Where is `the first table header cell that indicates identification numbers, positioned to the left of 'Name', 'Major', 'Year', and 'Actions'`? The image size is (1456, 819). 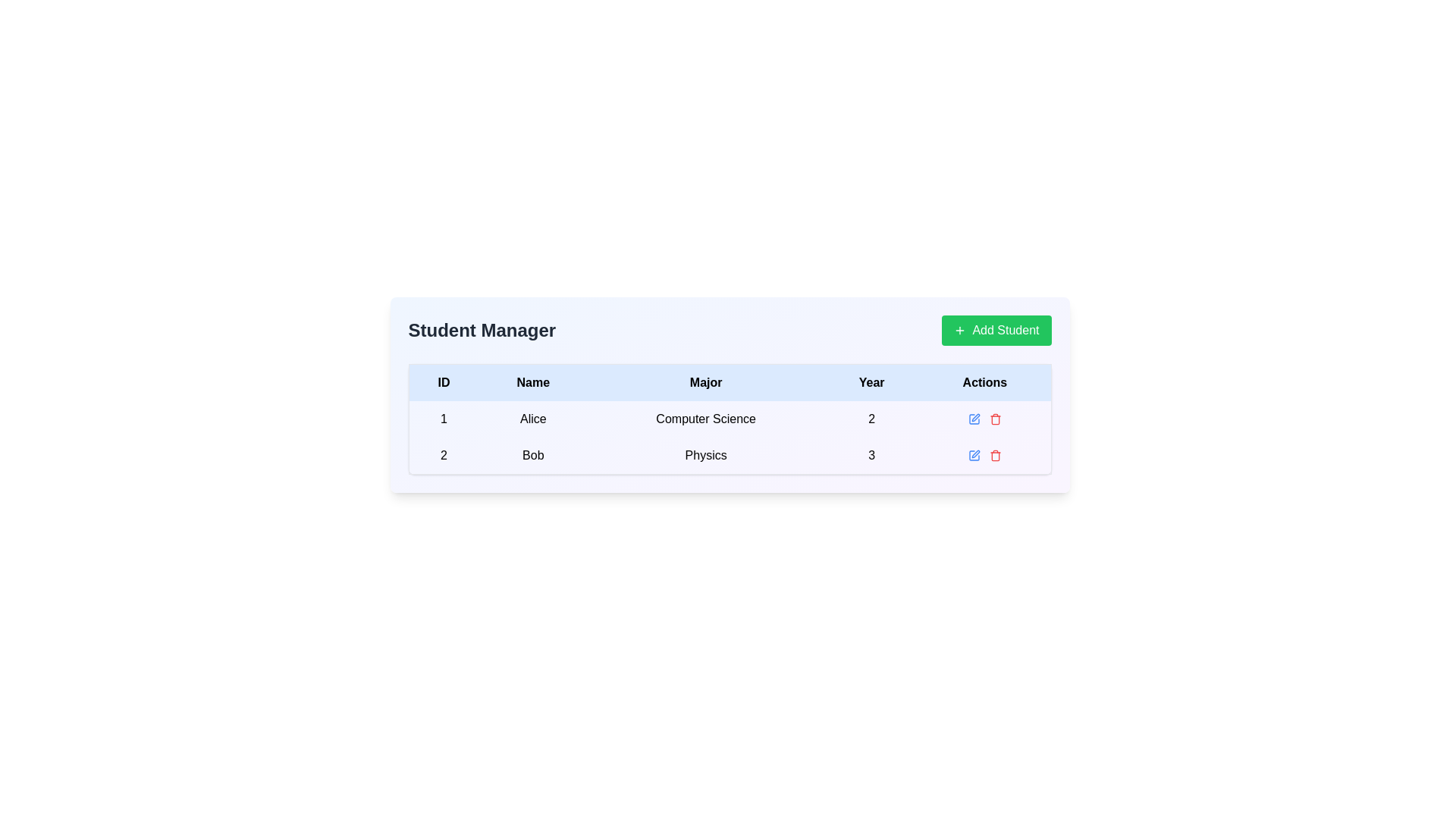
the first table header cell that indicates identification numbers, positioned to the left of 'Name', 'Major', 'Year', and 'Actions' is located at coordinates (443, 381).